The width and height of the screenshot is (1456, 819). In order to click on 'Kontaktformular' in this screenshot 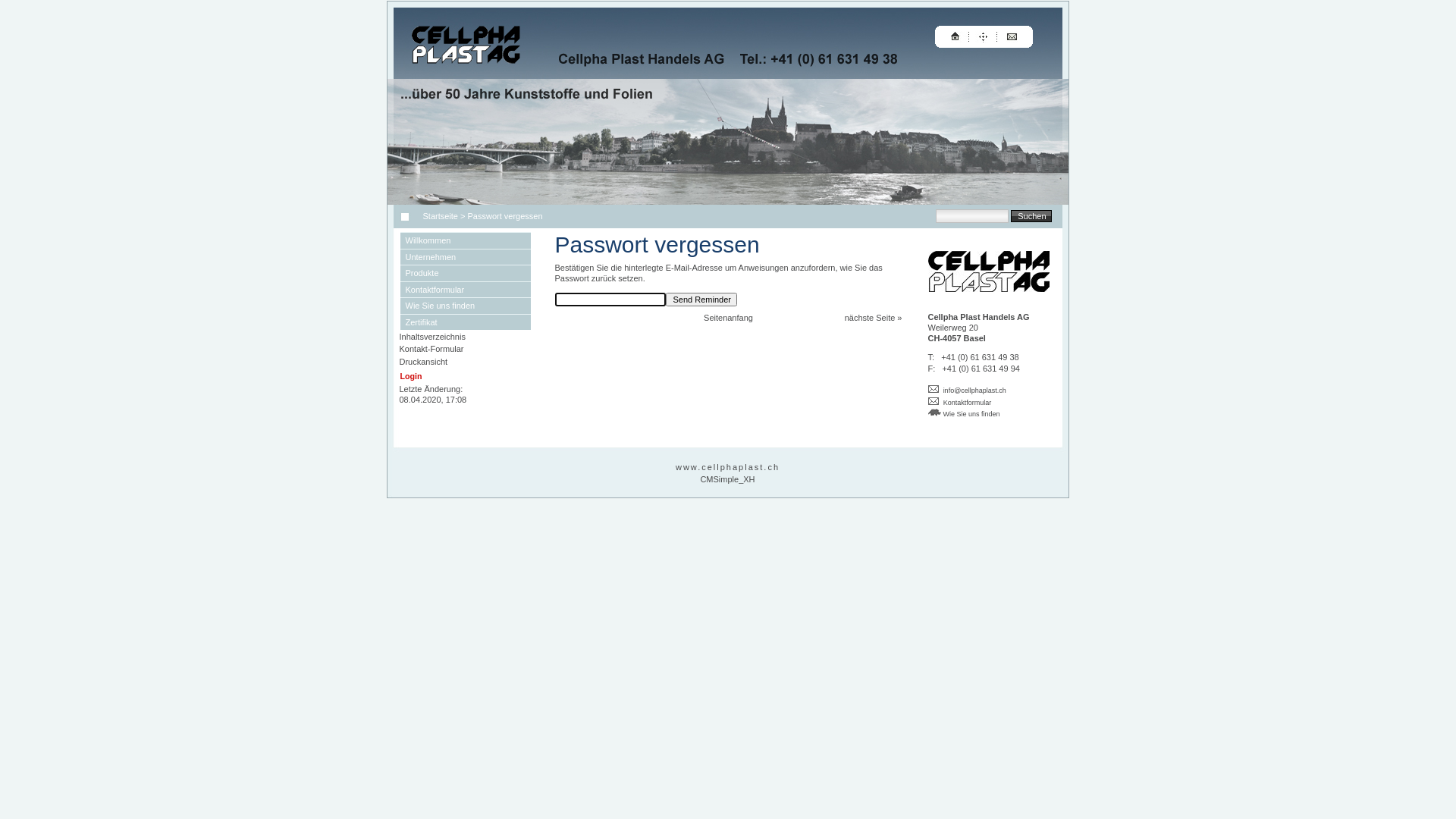, I will do `click(967, 402)`.